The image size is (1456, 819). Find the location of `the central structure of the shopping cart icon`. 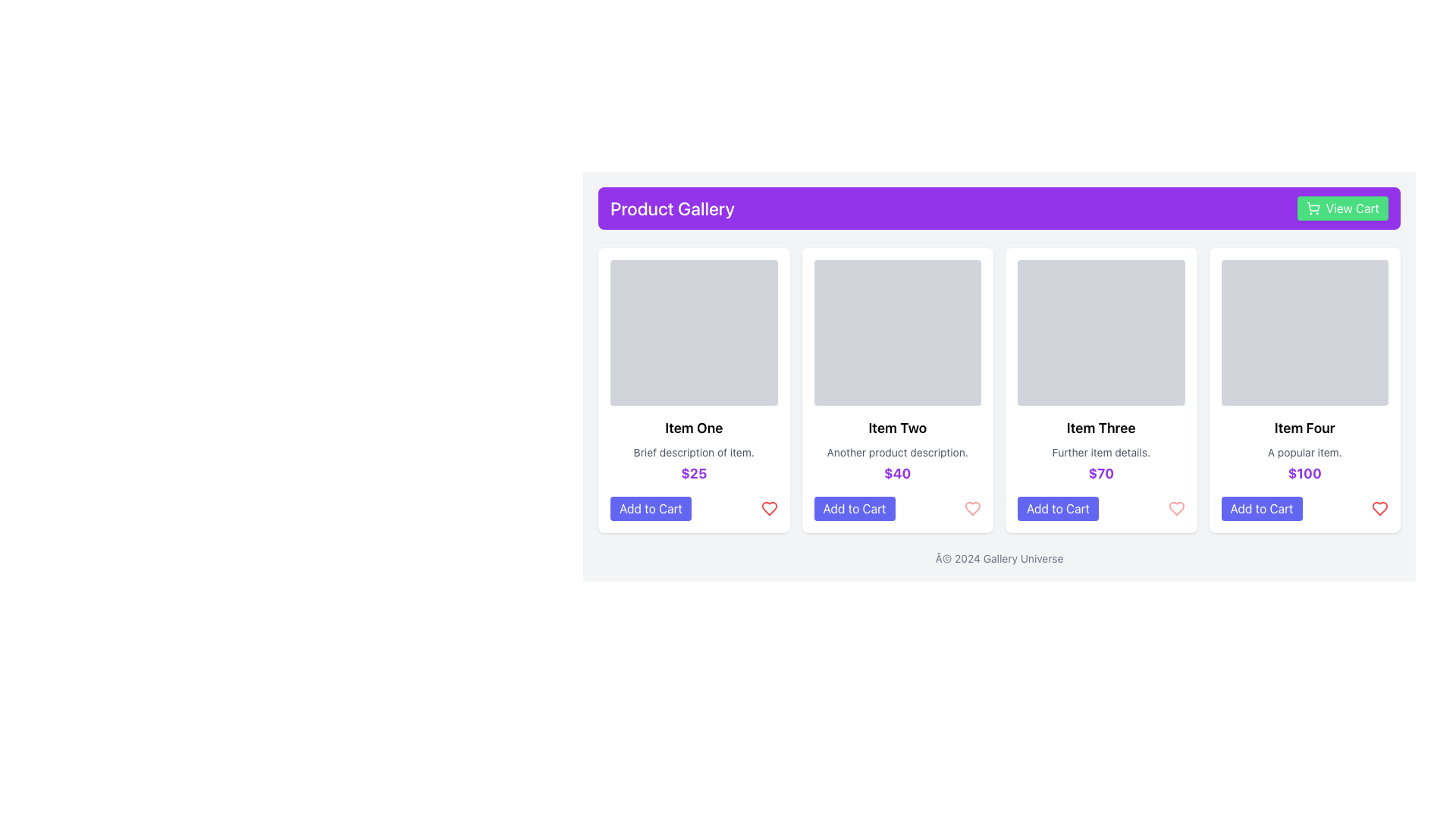

the central structure of the shopping cart icon is located at coordinates (1312, 206).